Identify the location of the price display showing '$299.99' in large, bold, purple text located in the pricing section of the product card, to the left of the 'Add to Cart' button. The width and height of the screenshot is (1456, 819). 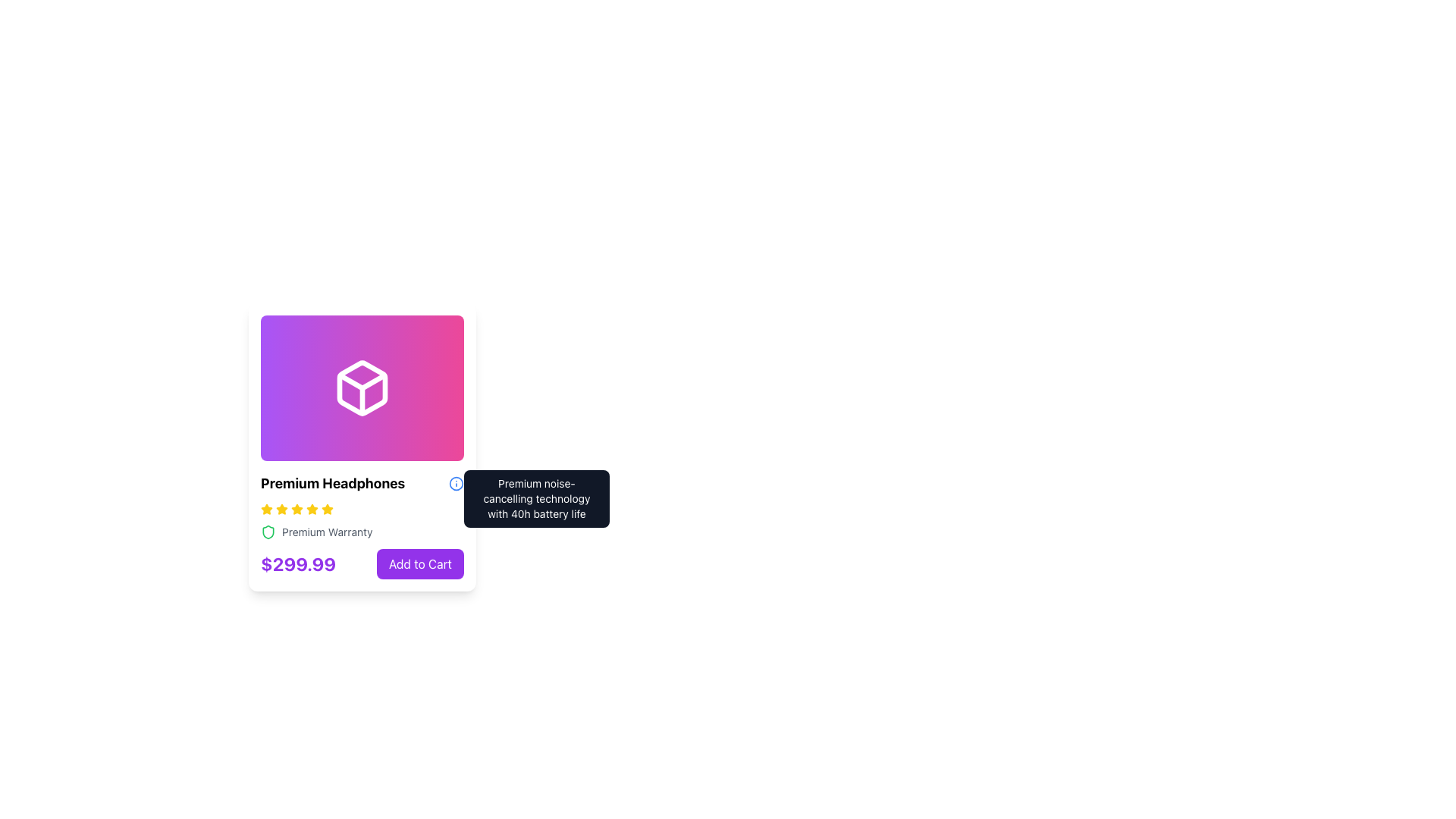
(298, 564).